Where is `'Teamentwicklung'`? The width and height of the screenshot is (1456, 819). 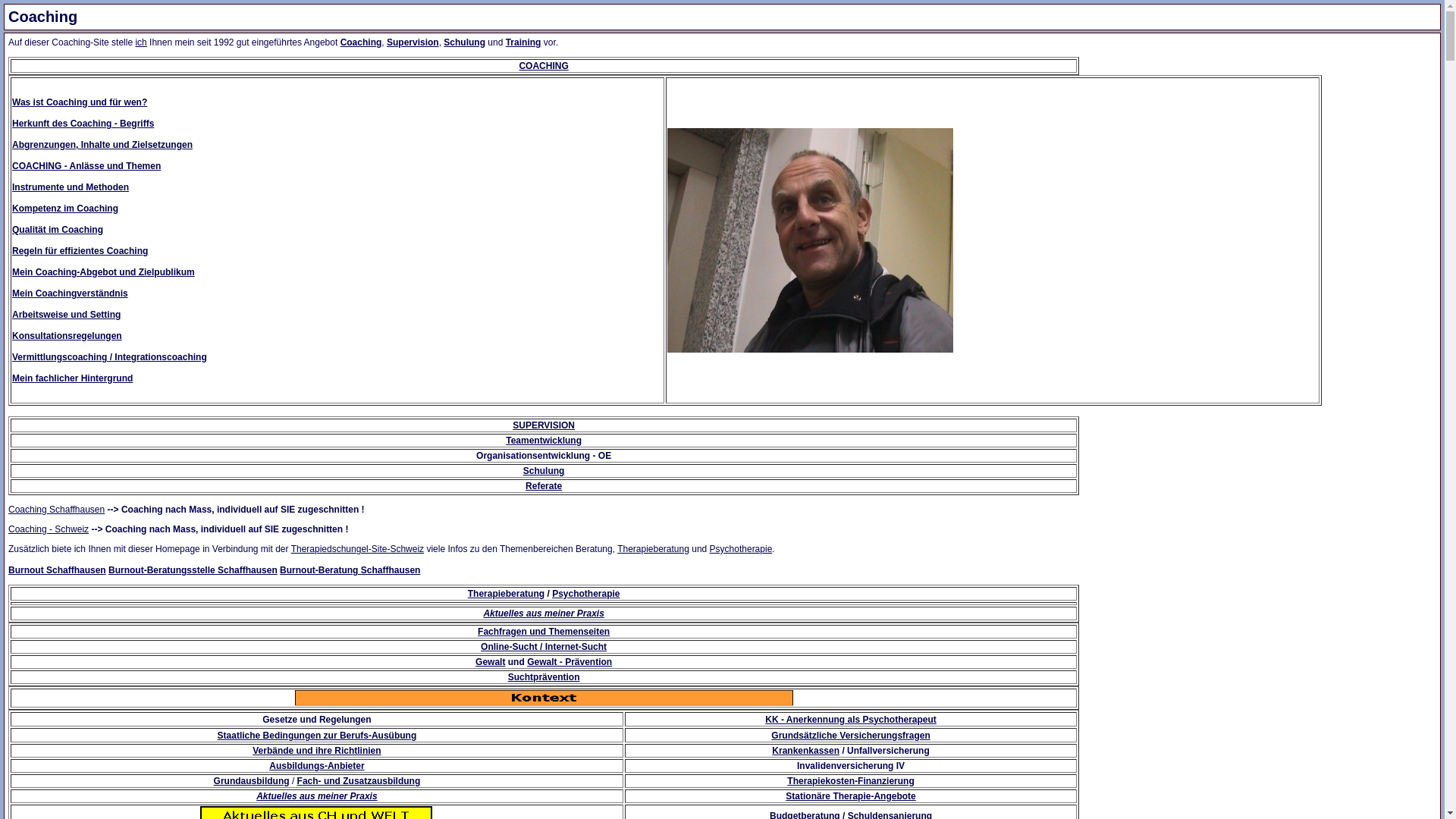 'Teamentwicklung' is located at coordinates (543, 441).